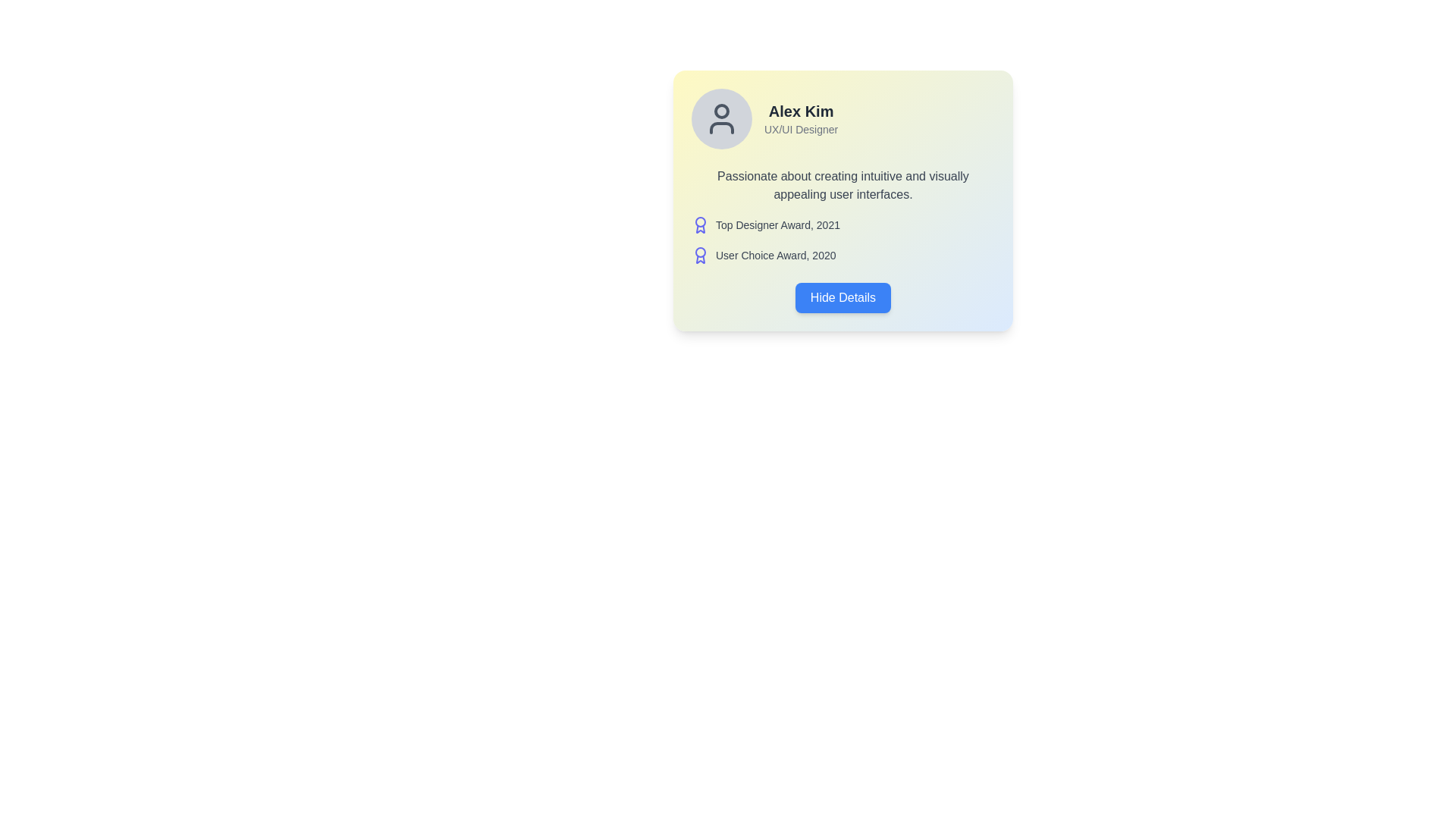 This screenshot has height=819, width=1456. I want to click on the lower ribbon portion of the award icon, which is part of a decorative vector graphic representing the 'Top Designer Award, 2021', so click(700, 229).